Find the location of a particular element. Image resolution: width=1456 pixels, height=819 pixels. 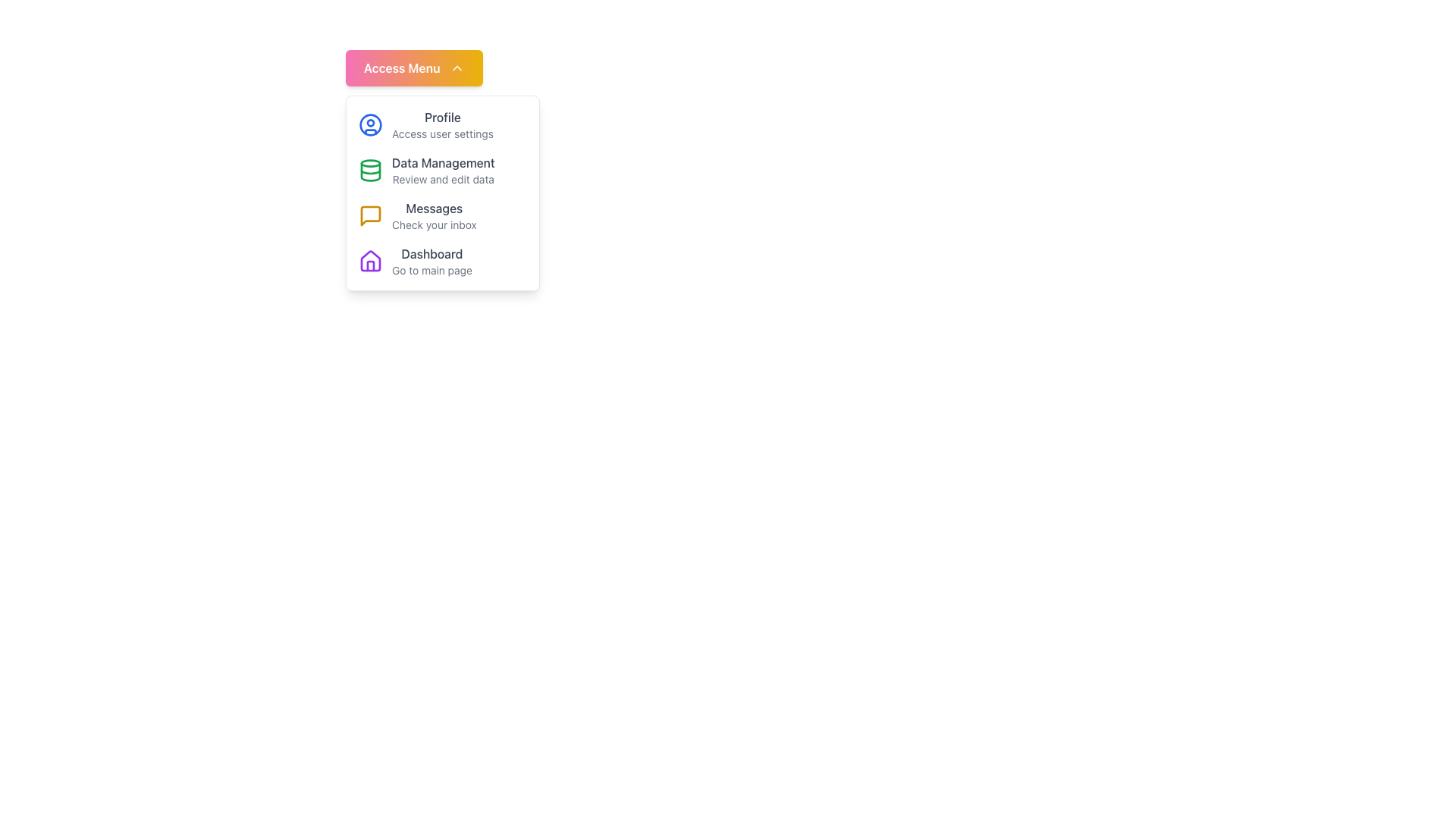

the green stacked cylindrical database icon located in the second row of the dropdown menu next to 'Data Management' as a visual cue is located at coordinates (371, 171).